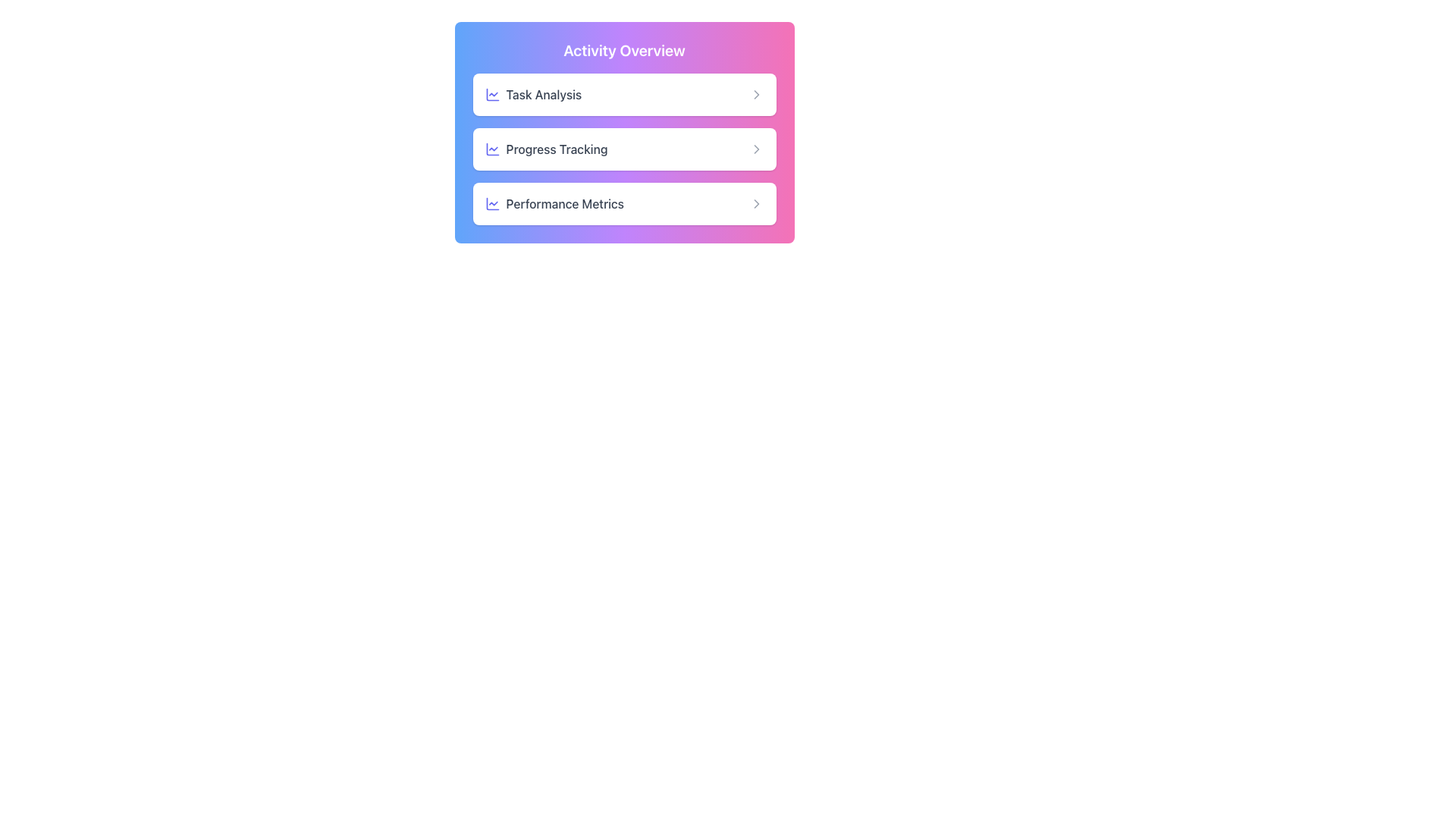 Image resolution: width=1456 pixels, height=819 pixels. Describe the element at coordinates (624, 94) in the screenshot. I see `the clickable card labeled 'Task Analysis', which is the first card in the vertical stack under 'Activity Overview'` at that location.